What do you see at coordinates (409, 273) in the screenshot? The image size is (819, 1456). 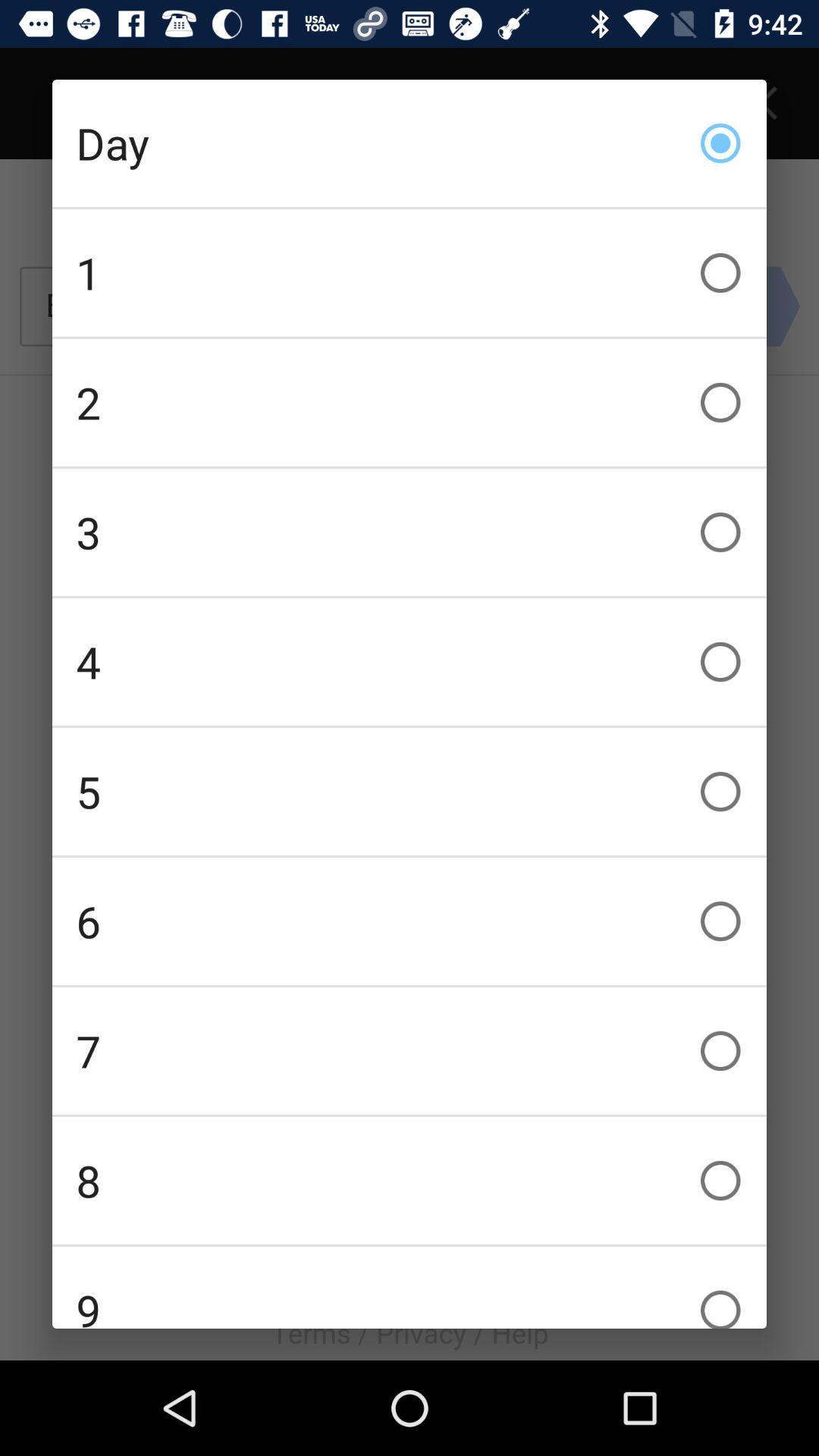 I see `the item below day item` at bounding box center [409, 273].